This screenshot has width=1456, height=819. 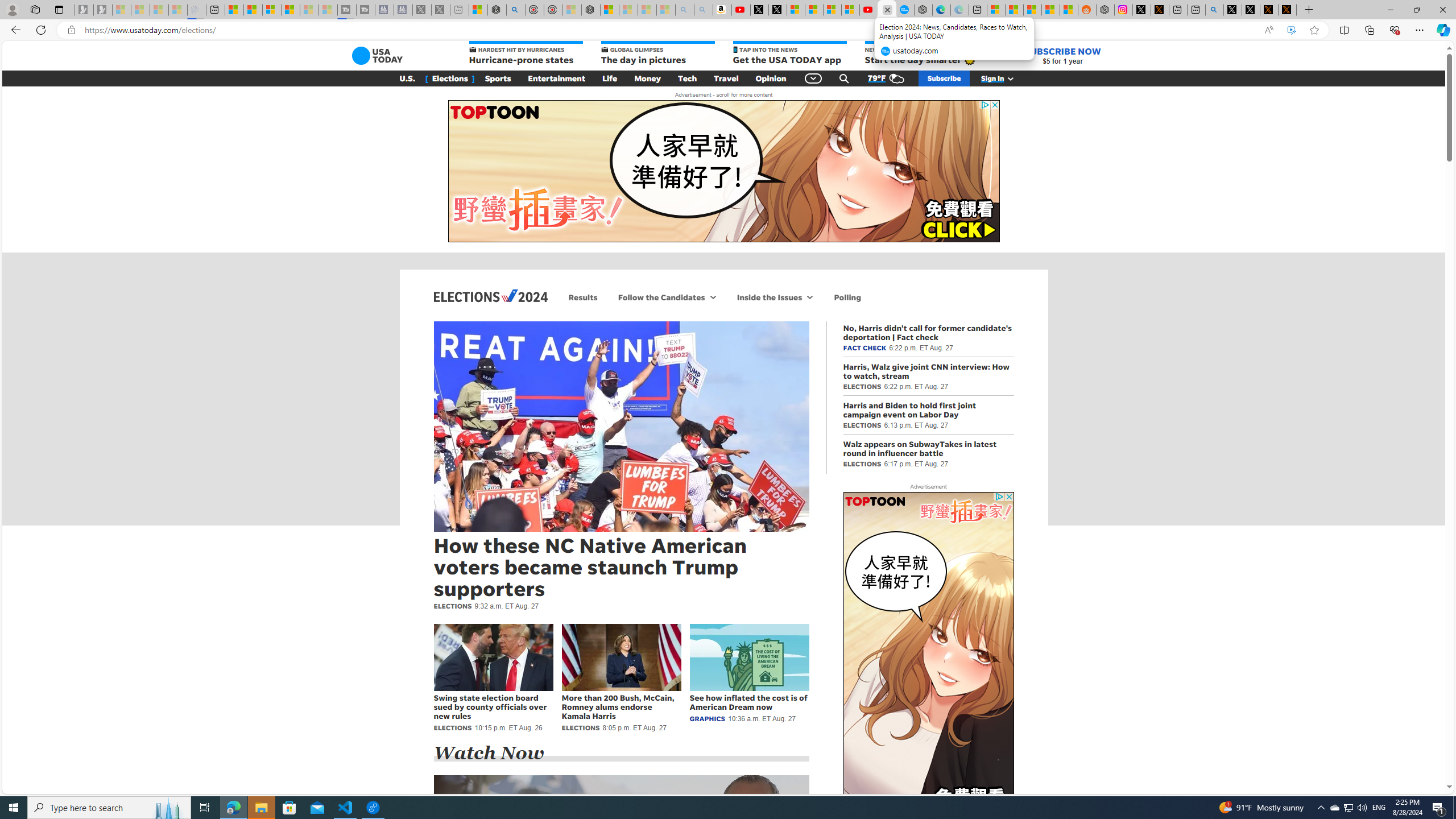 What do you see at coordinates (712, 296) in the screenshot?
I see `'More Follow the Candidates navigation'` at bounding box center [712, 296].